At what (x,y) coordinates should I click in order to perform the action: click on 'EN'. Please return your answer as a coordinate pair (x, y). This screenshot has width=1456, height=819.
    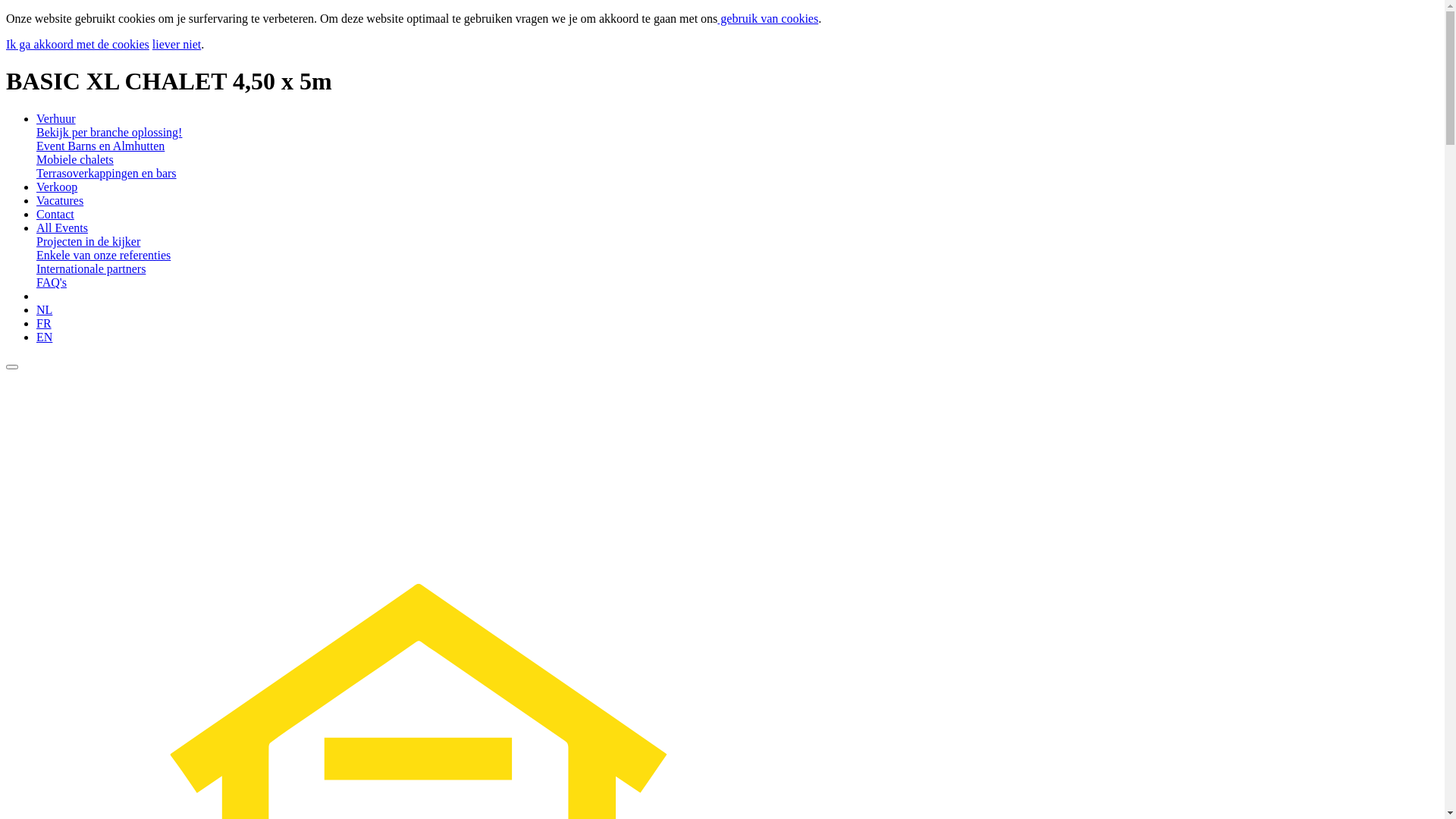
    Looking at the image, I should click on (44, 336).